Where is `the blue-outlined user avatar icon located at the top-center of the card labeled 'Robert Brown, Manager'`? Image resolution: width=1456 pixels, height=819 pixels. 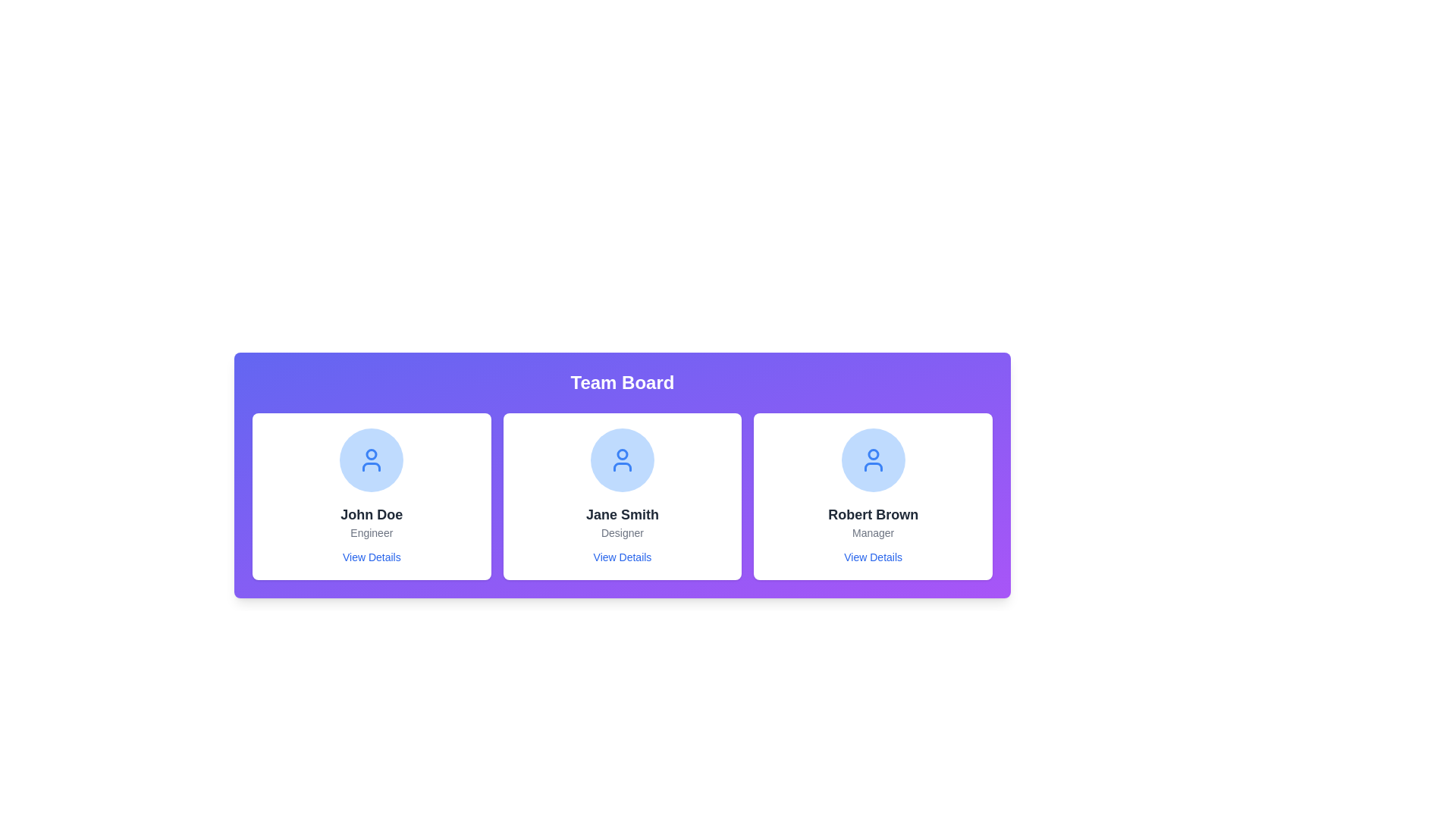
the blue-outlined user avatar icon located at the top-center of the card labeled 'Robert Brown, Manager' is located at coordinates (873, 459).